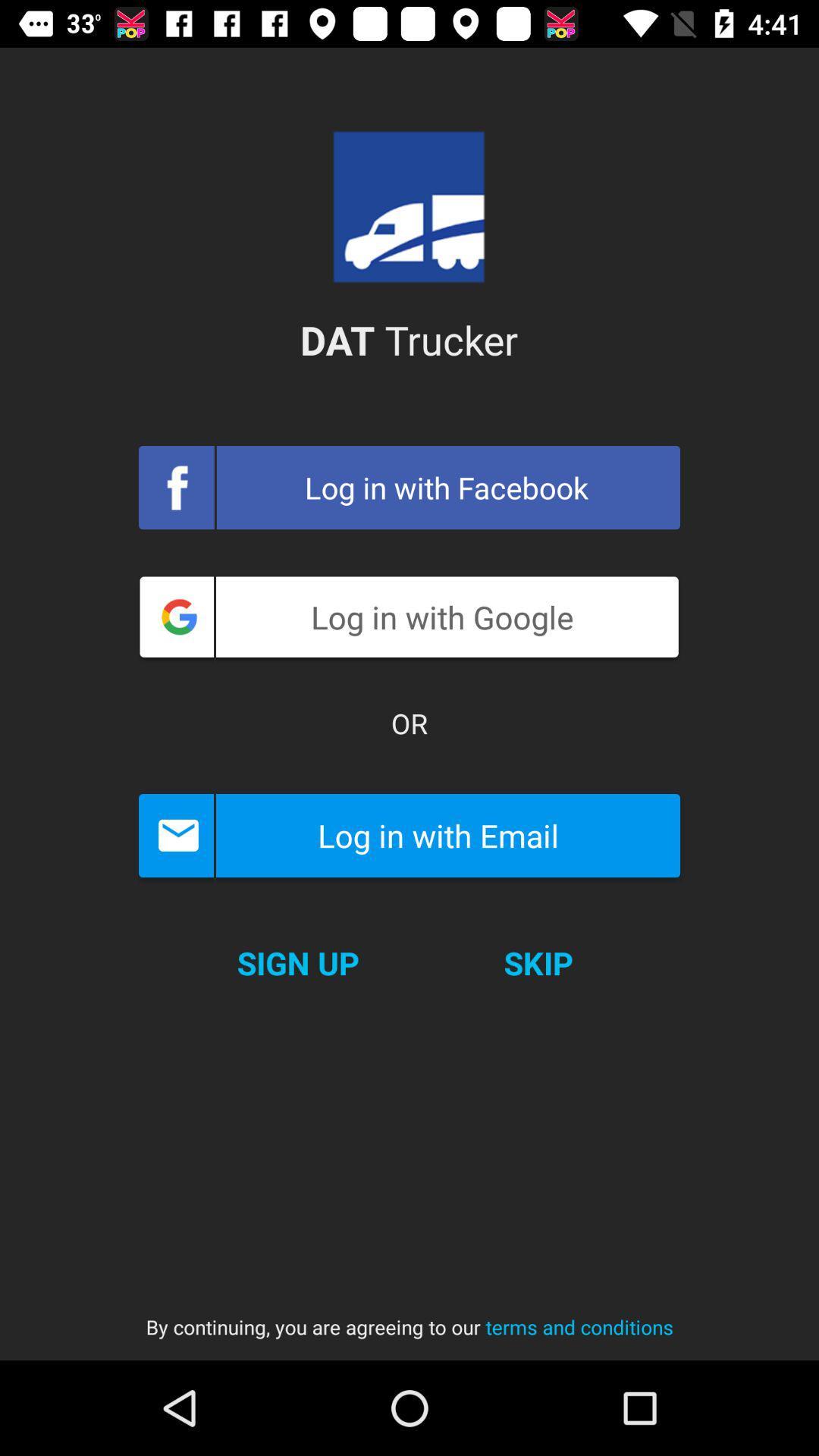 Image resolution: width=819 pixels, height=1456 pixels. Describe the element at coordinates (538, 962) in the screenshot. I see `skip icon` at that location.